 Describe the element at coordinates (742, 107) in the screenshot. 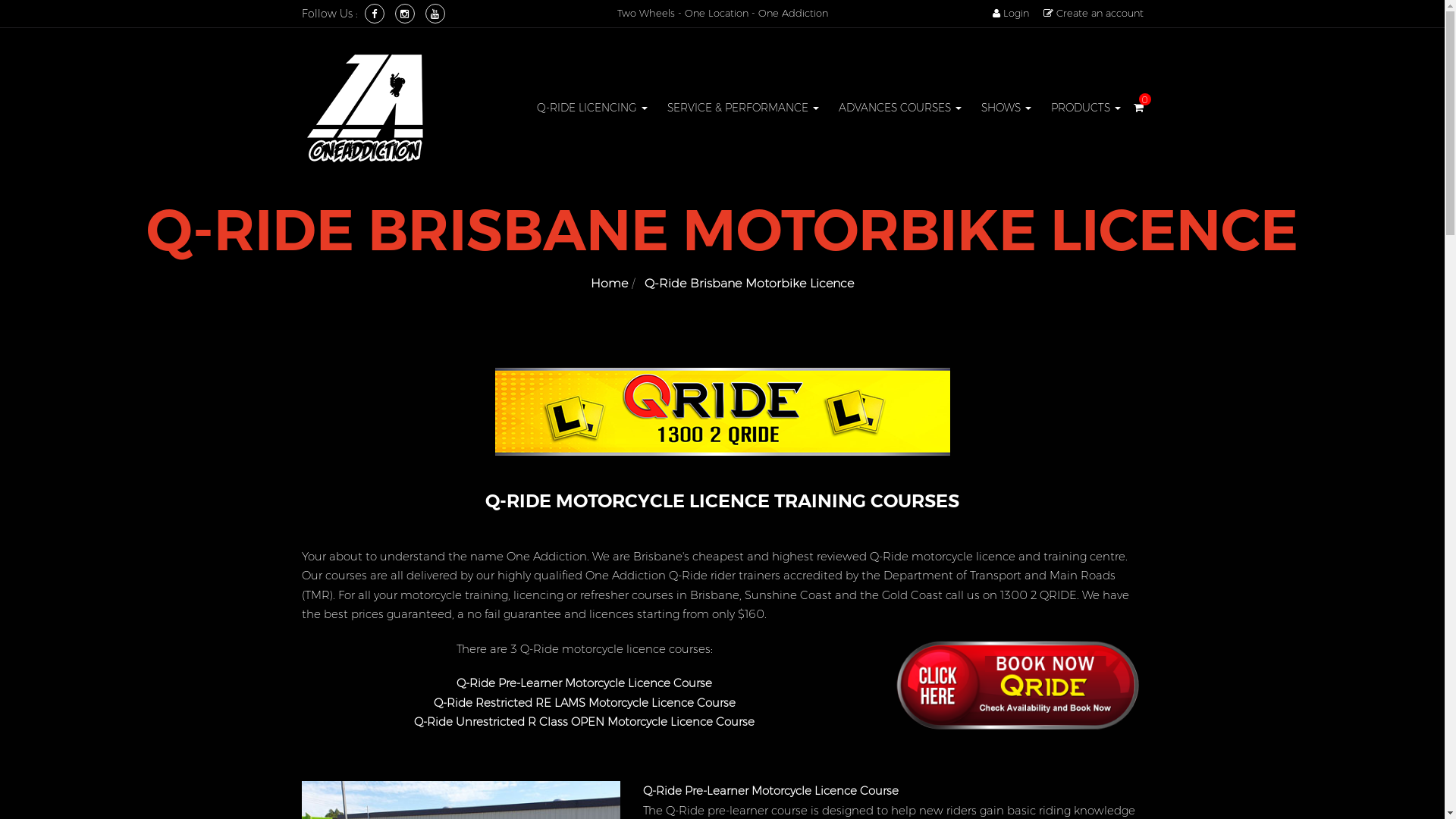

I see `'SERVICE & PERFORMANCE'` at that location.